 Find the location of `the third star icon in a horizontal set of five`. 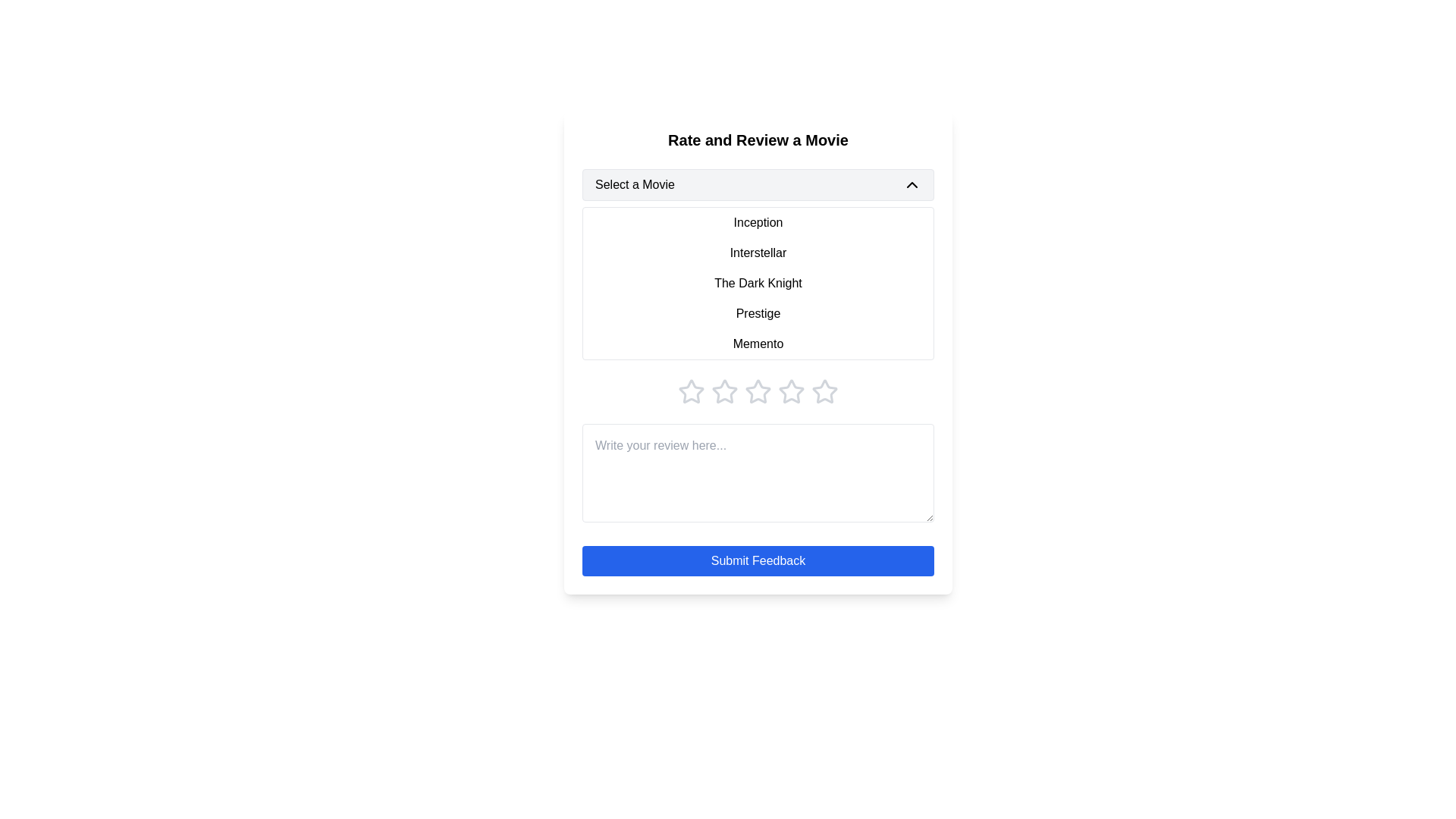

the third star icon in a horizontal set of five is located at coordinates (723, 391).